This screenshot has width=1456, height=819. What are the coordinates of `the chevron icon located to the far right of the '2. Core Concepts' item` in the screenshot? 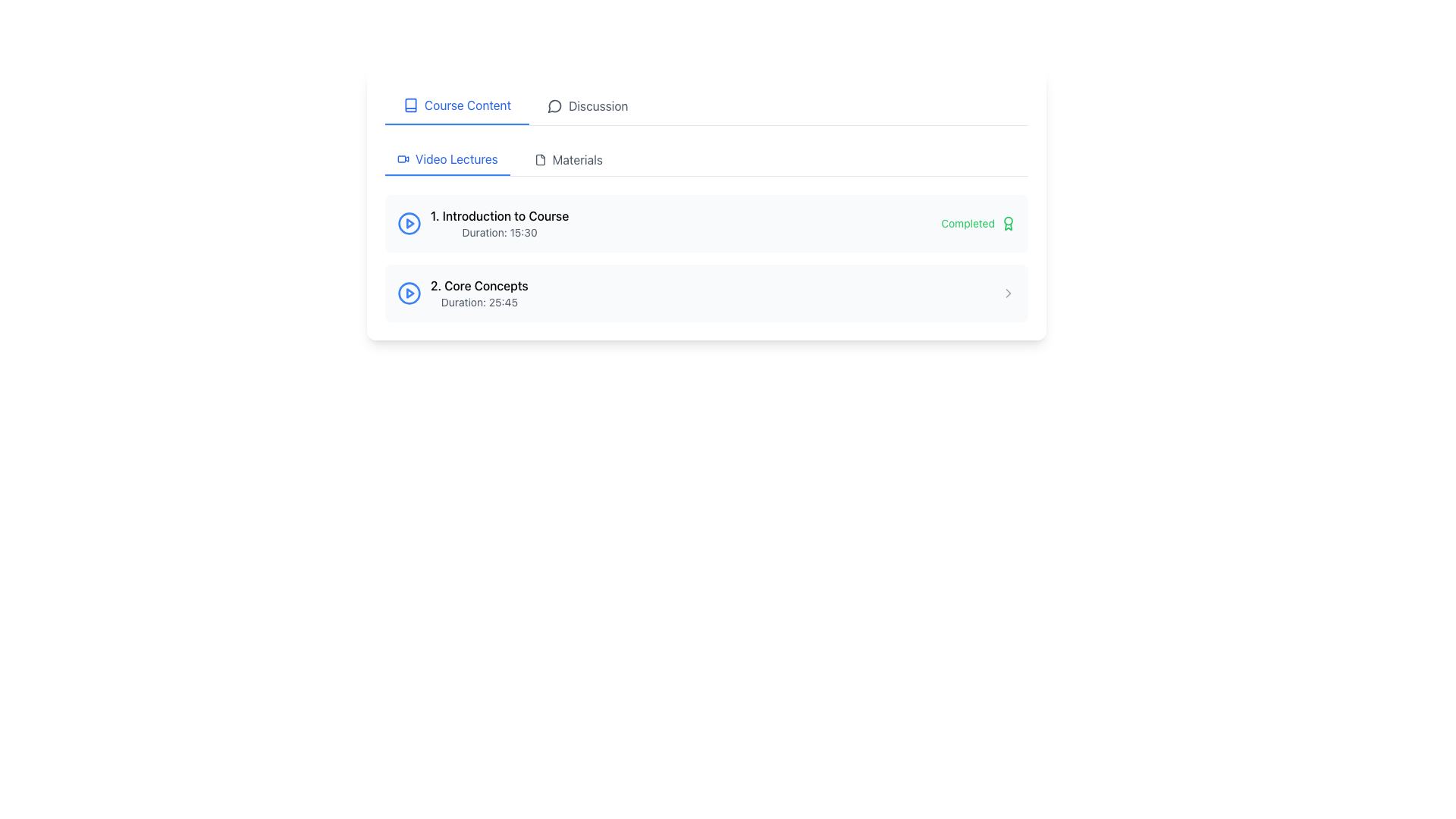 It's located at (1008, 293).